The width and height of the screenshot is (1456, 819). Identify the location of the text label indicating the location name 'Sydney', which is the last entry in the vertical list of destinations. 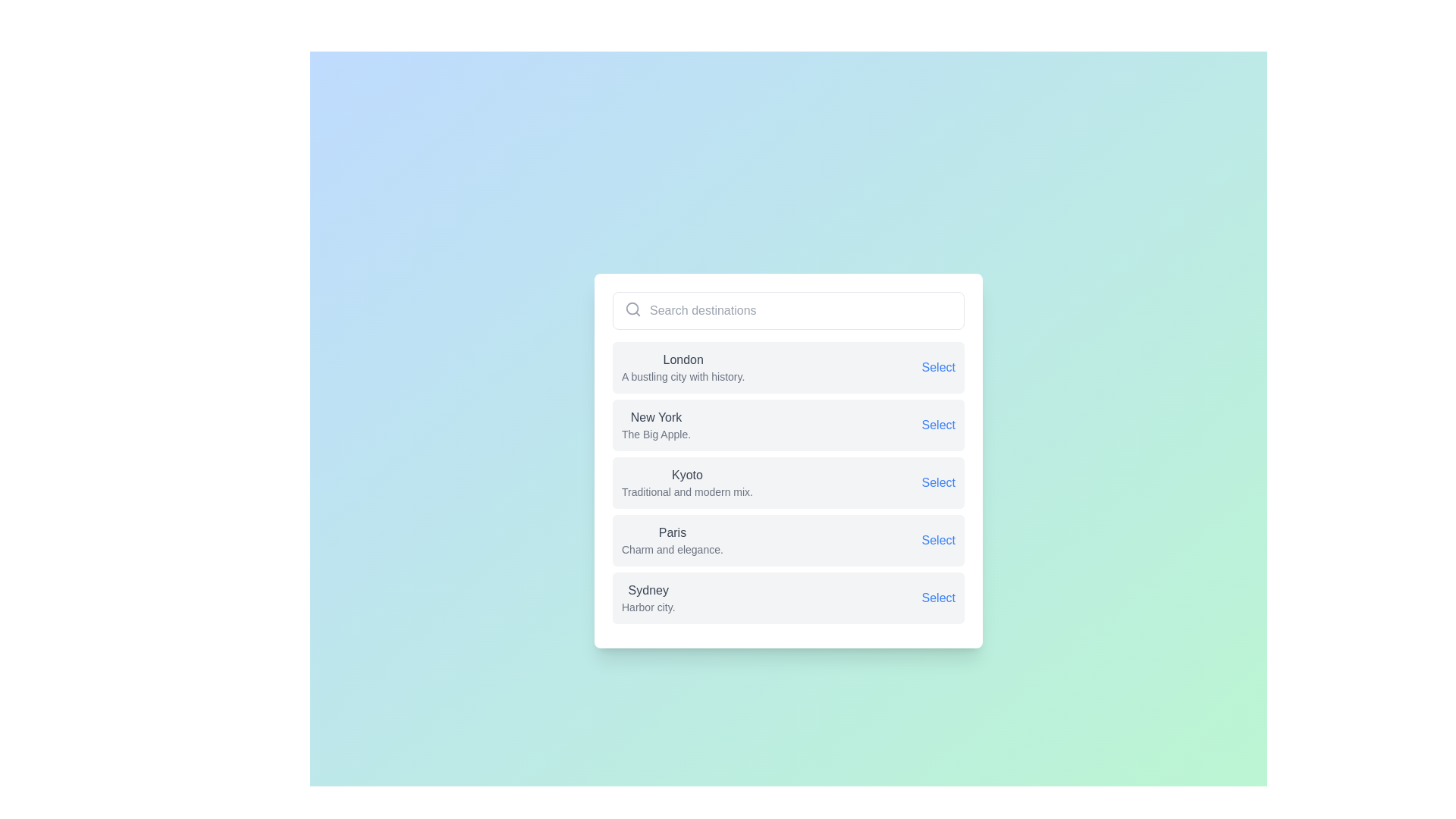
(648, 590).